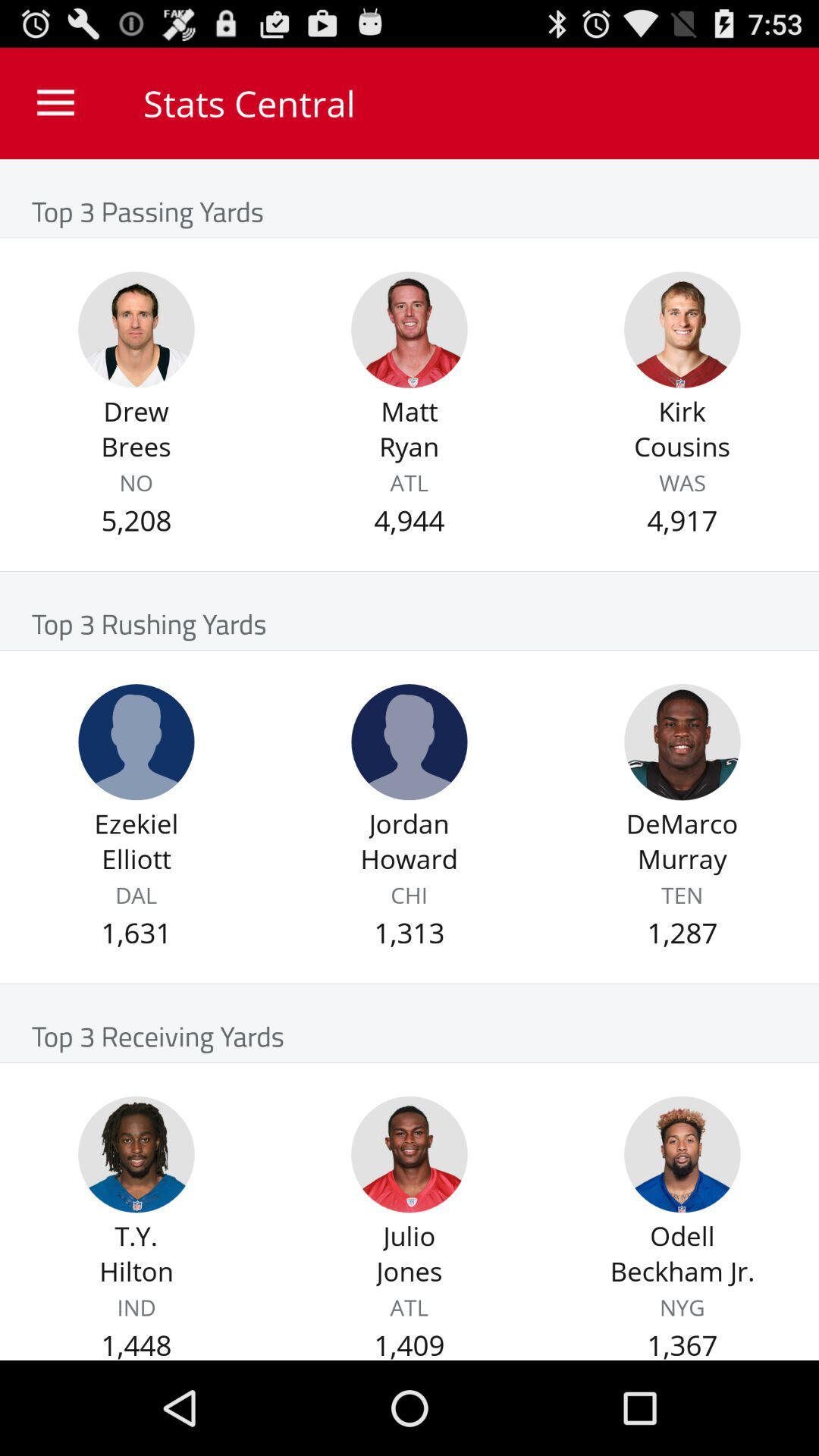  I want to click on the person, so click(409, 329).